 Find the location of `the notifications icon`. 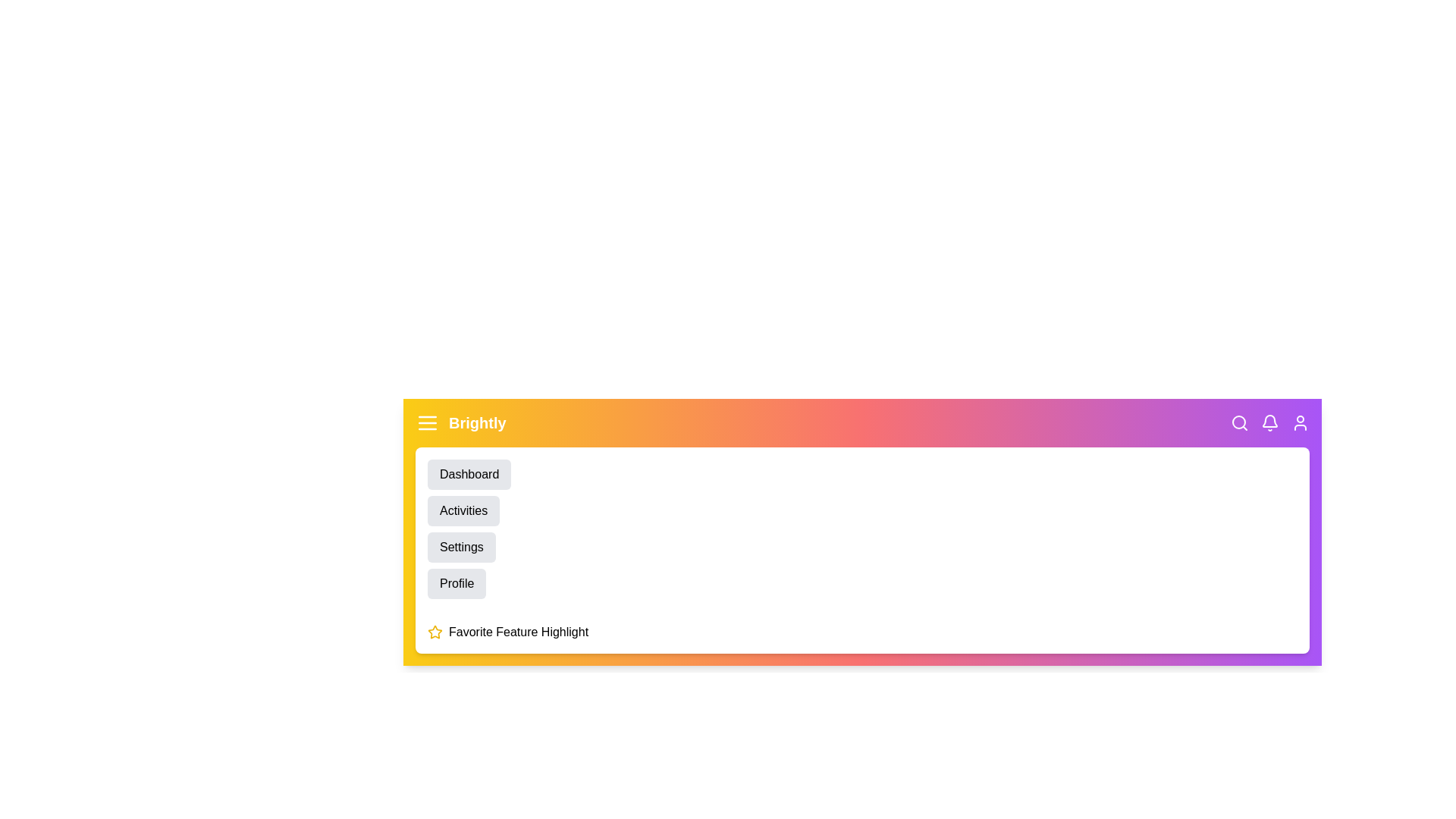

the notifications icon is located at coordinates (1270, 423).